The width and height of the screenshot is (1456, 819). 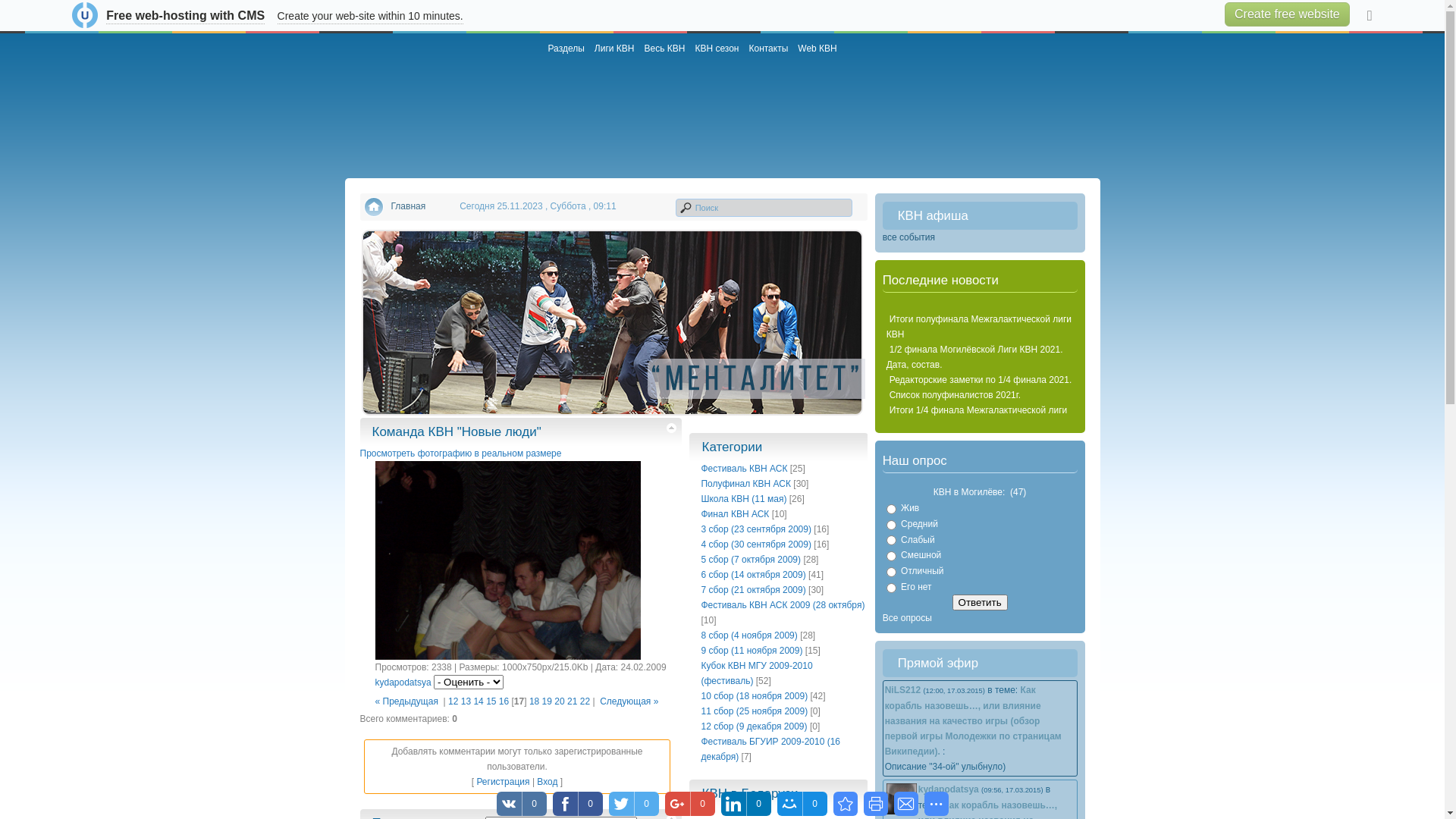 What do you see at coordinates (917, 789) in the screenshot?
I see `'kydapodatsya'` at bounding box center [917, 789].